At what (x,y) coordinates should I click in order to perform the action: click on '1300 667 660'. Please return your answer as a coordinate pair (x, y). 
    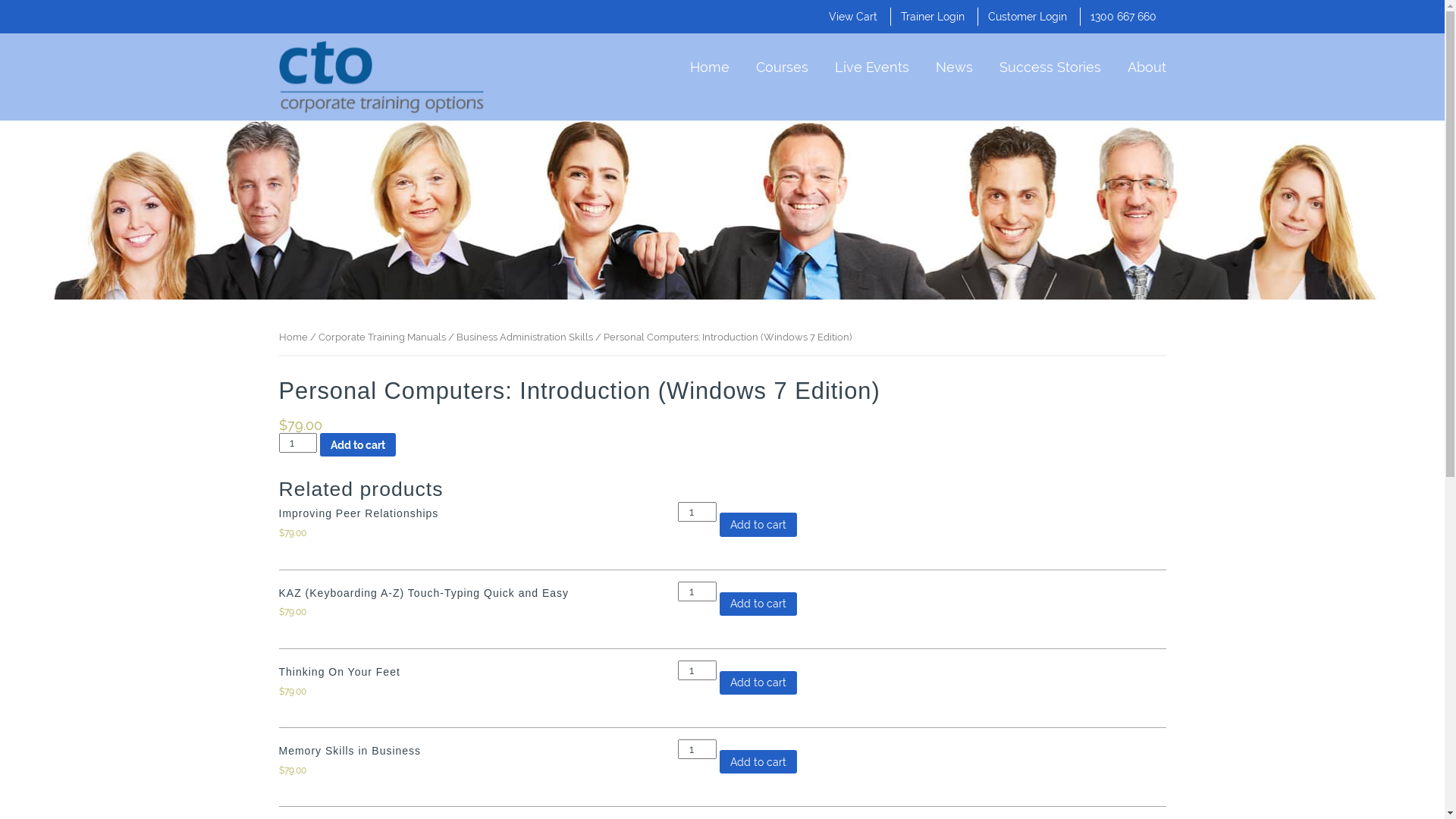
    Looking at the image, I should click on (1123, 17).